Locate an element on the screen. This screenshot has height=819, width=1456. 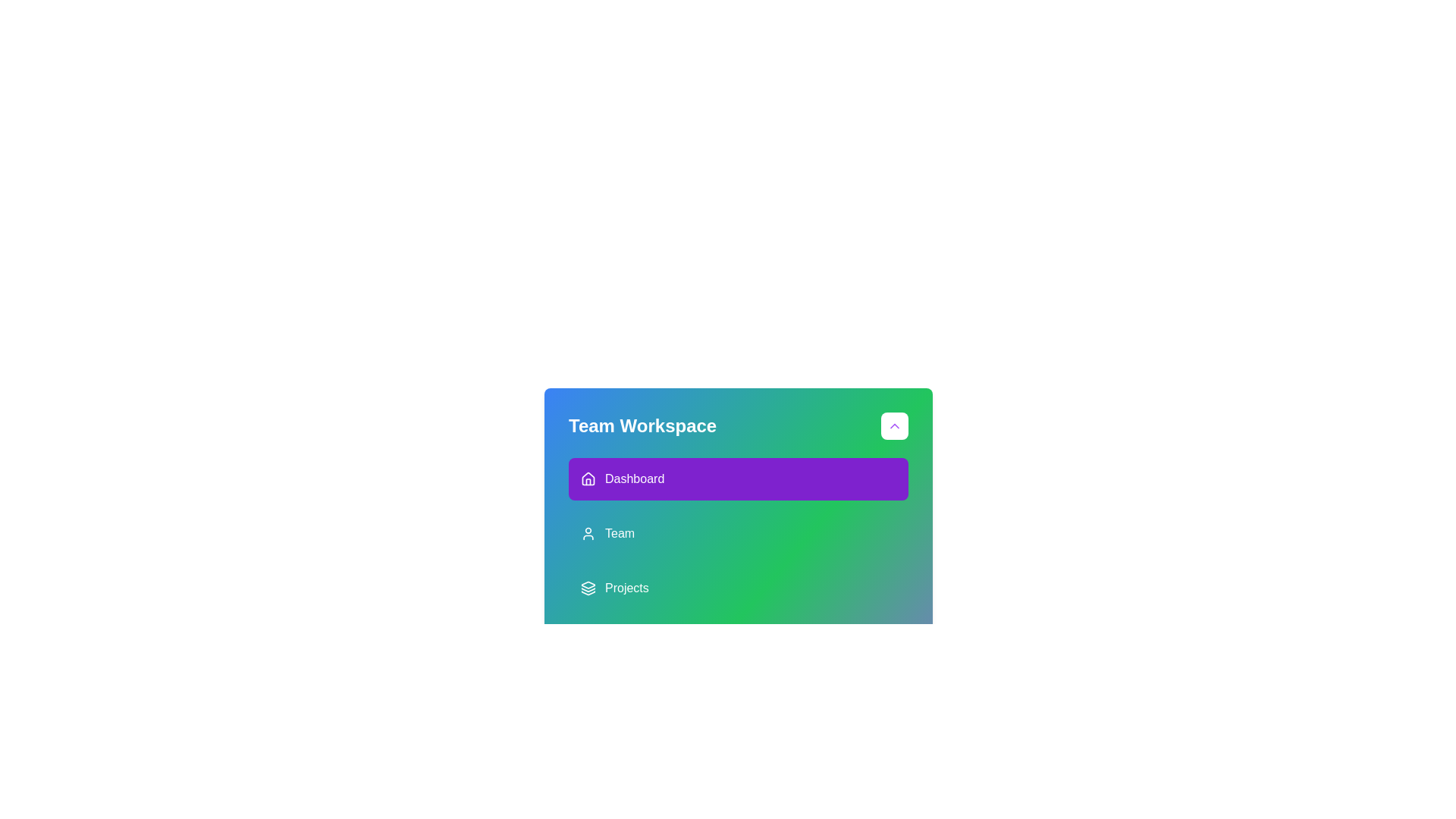
the house-shaped icon located within the purple rectangular button labeled 'Dashboard' is located at coordinates (588, 479).